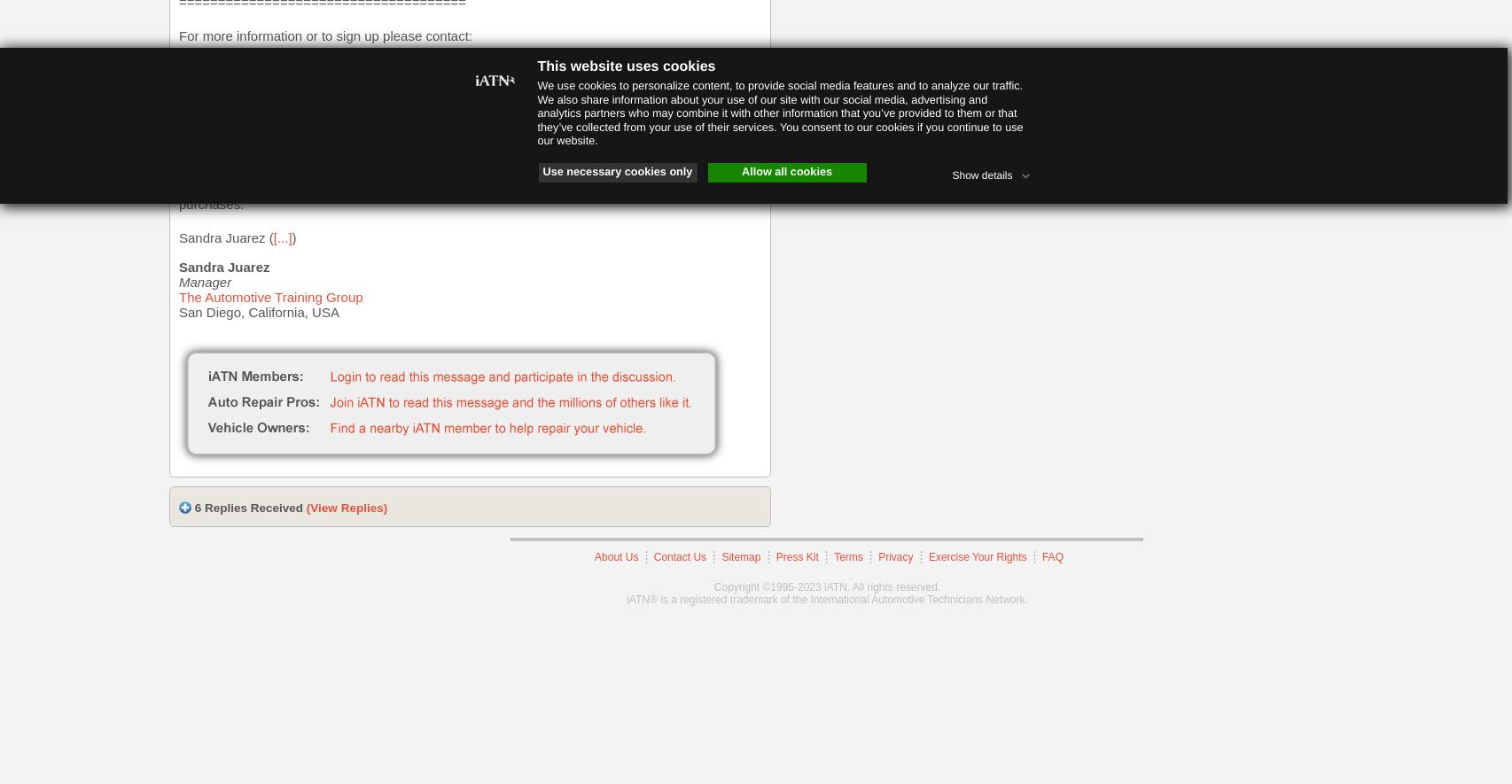  I want to click on 'Sitemap', so click(720, 555).